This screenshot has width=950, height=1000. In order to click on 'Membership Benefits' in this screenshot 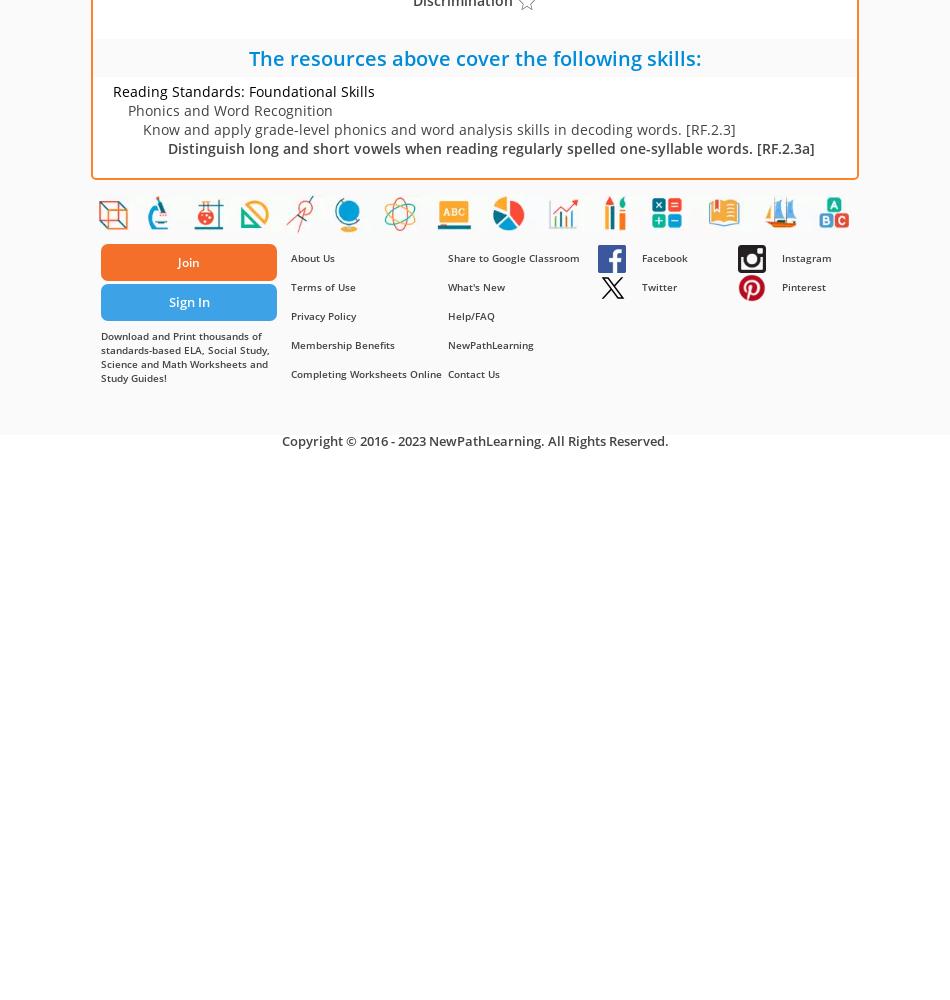, I will do `click(342, 344)`.